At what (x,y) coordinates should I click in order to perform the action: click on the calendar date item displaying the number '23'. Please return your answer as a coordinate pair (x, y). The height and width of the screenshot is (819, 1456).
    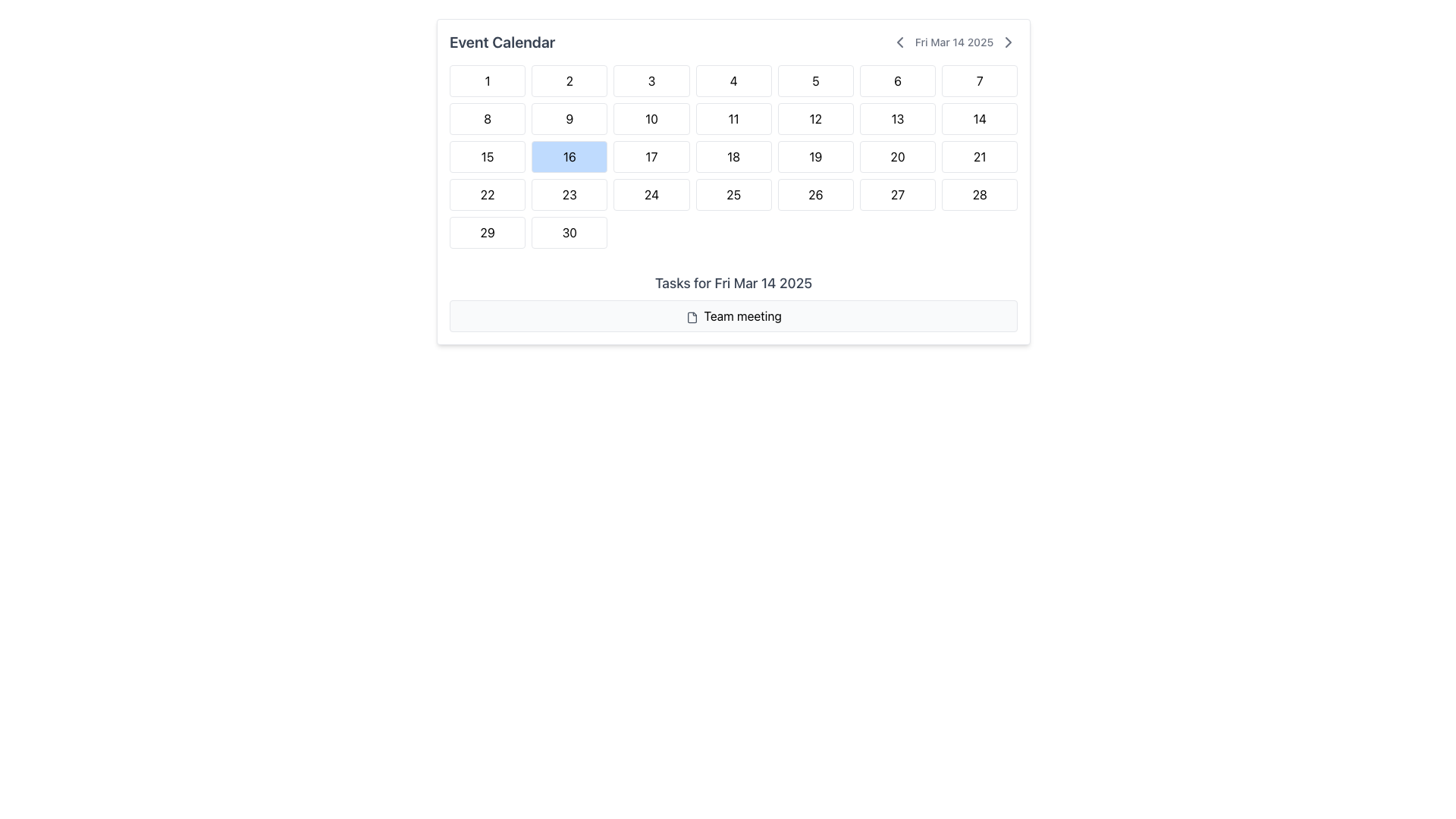
    Looking at the image, I should click on (569, 194).